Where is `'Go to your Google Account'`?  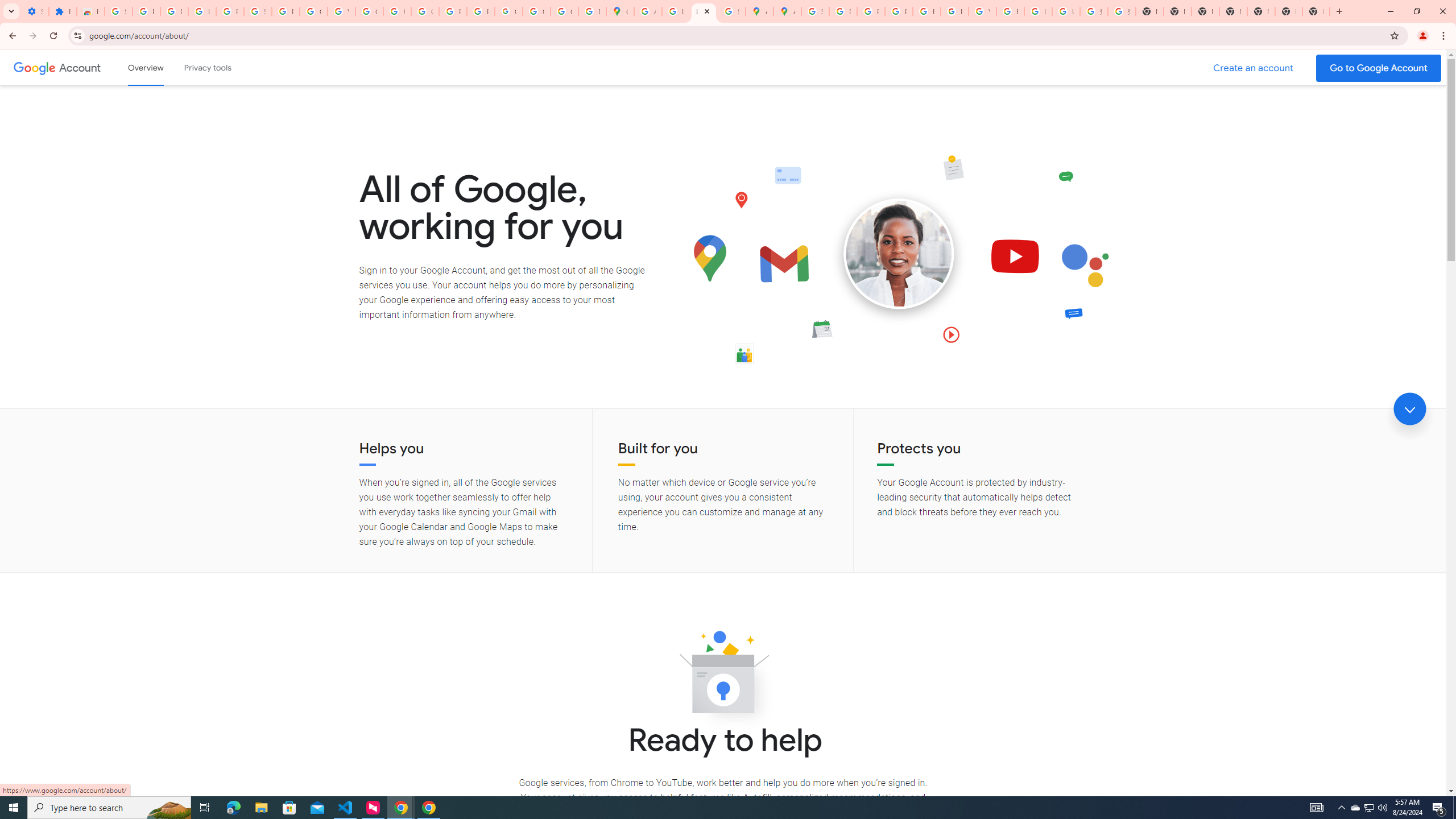
'Go to your Google Account' is located at coordinates (1379, 68).